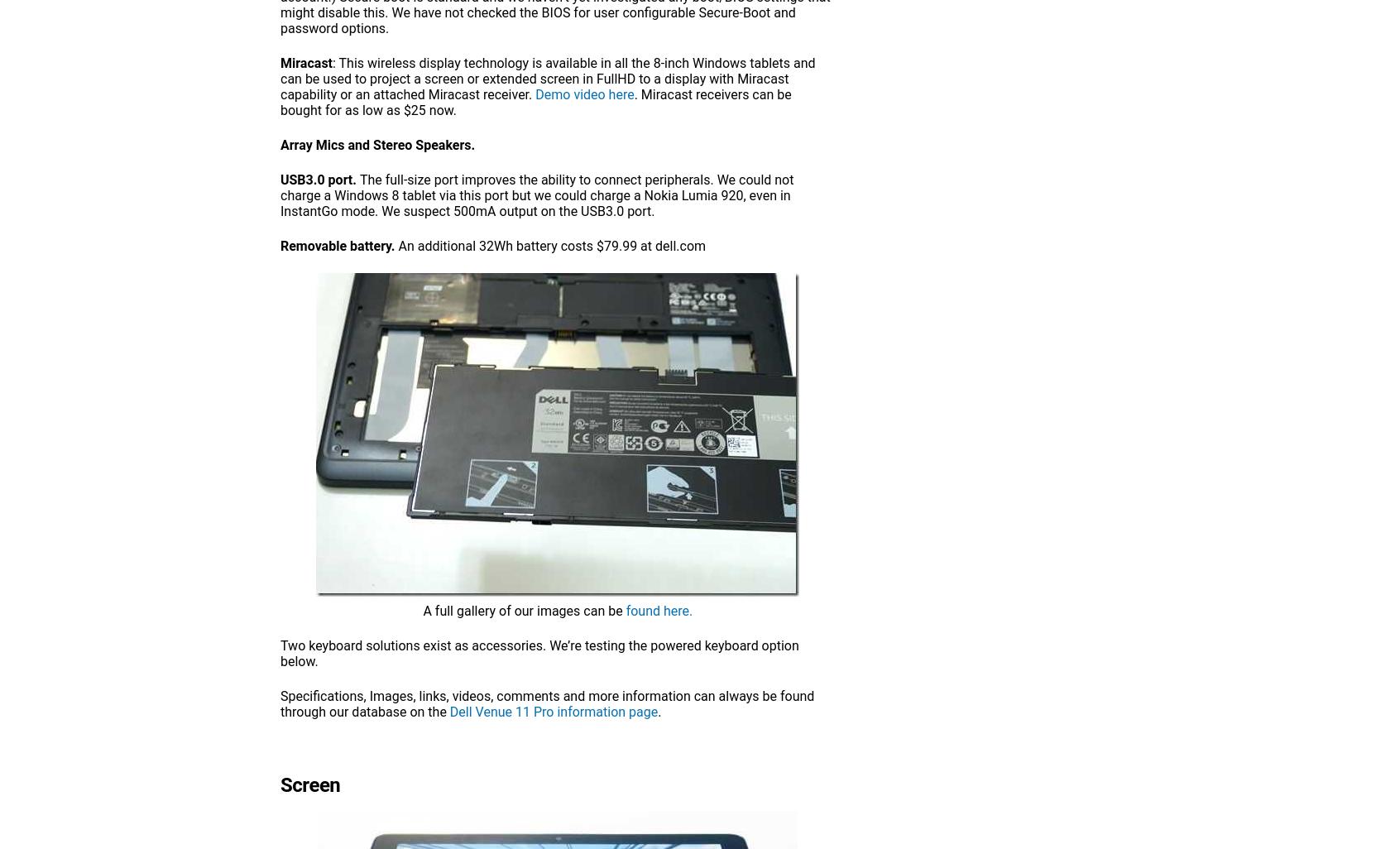  I want to click on 'Two keyboard solutions exist as accessories. We’re testing the powered keyboard option below.', so click(280, 653).